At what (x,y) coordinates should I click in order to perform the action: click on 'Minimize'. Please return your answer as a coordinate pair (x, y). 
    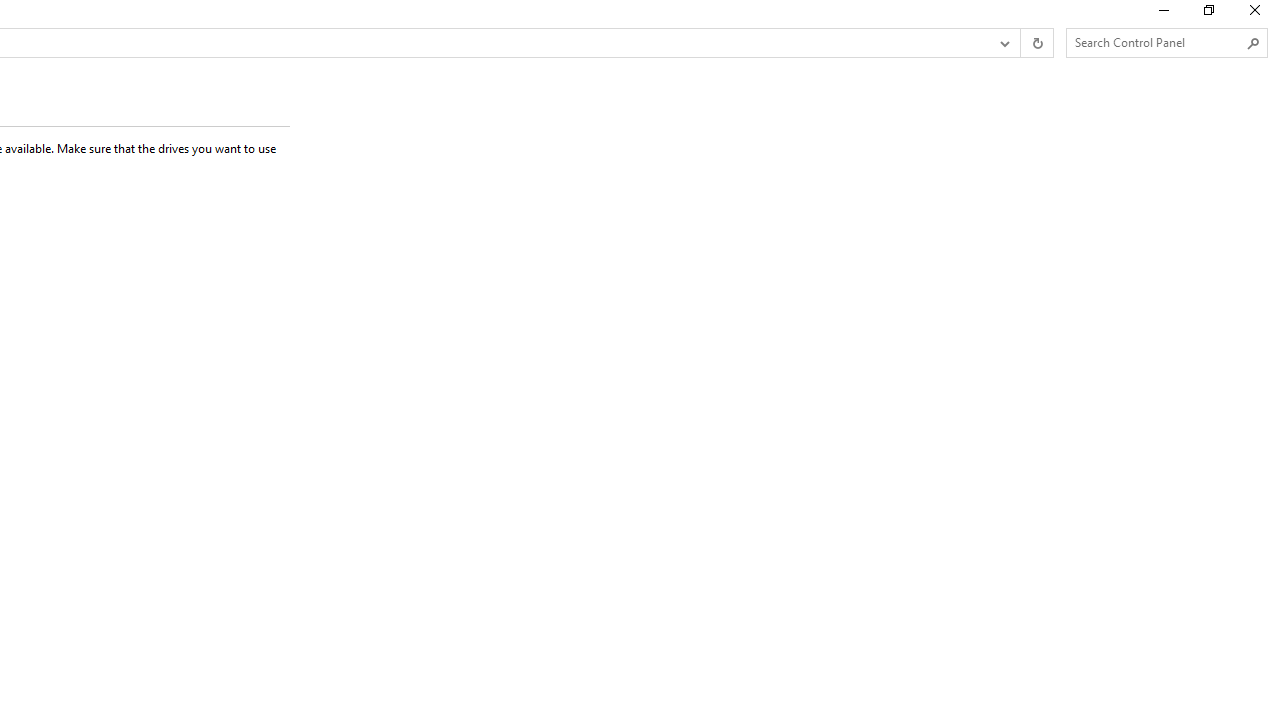
    Looking at the image, I should click on (1162, 15).